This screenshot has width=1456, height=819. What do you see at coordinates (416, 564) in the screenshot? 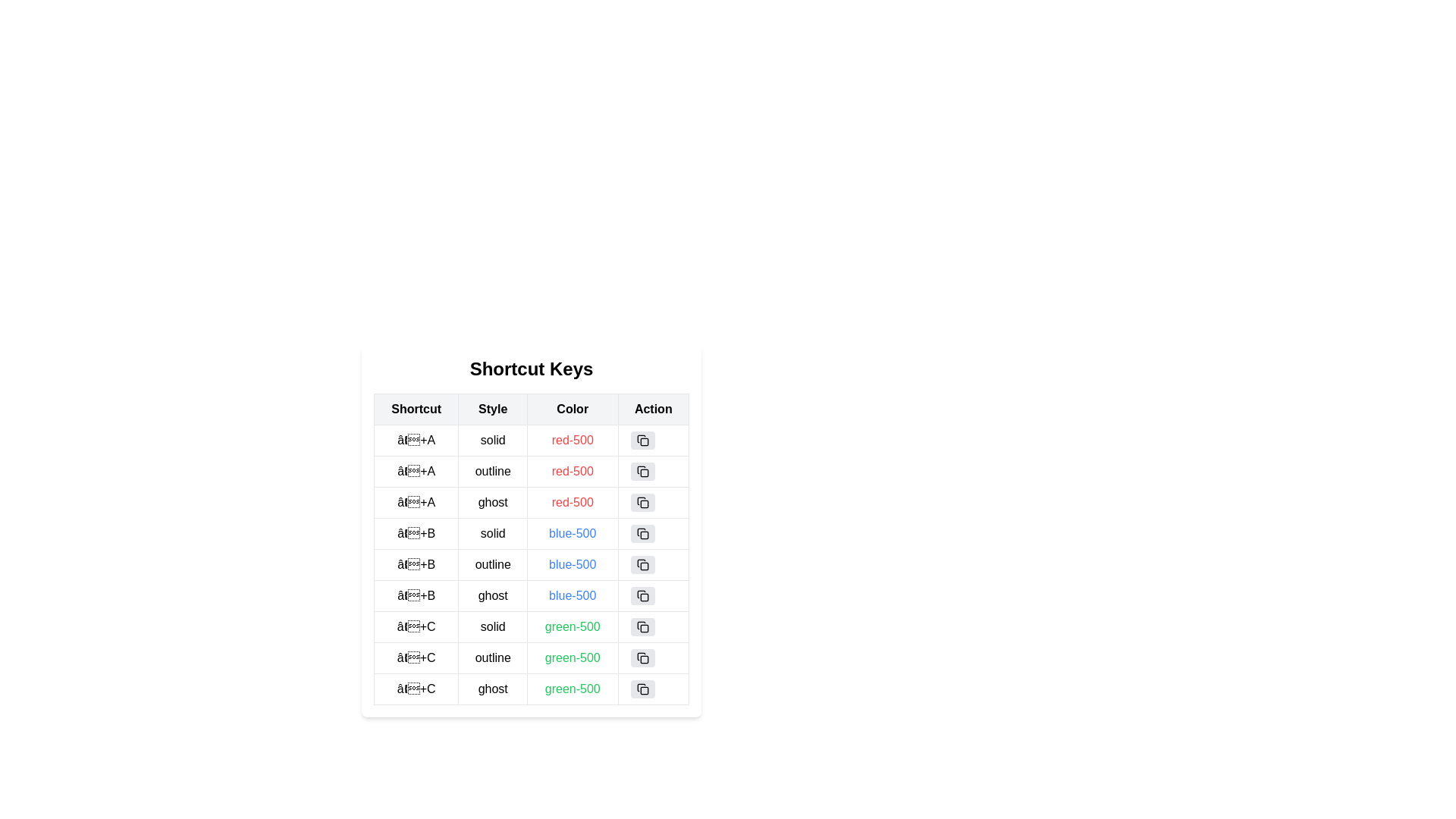
I see `text from the Text label displaying the keyboard shortcut '⌘+B', which is located in the first item of the row under the 'Shortcut' column of the table corresponding to the 'outline' style and 'blue-500' color` at bounding box center [416, 564].